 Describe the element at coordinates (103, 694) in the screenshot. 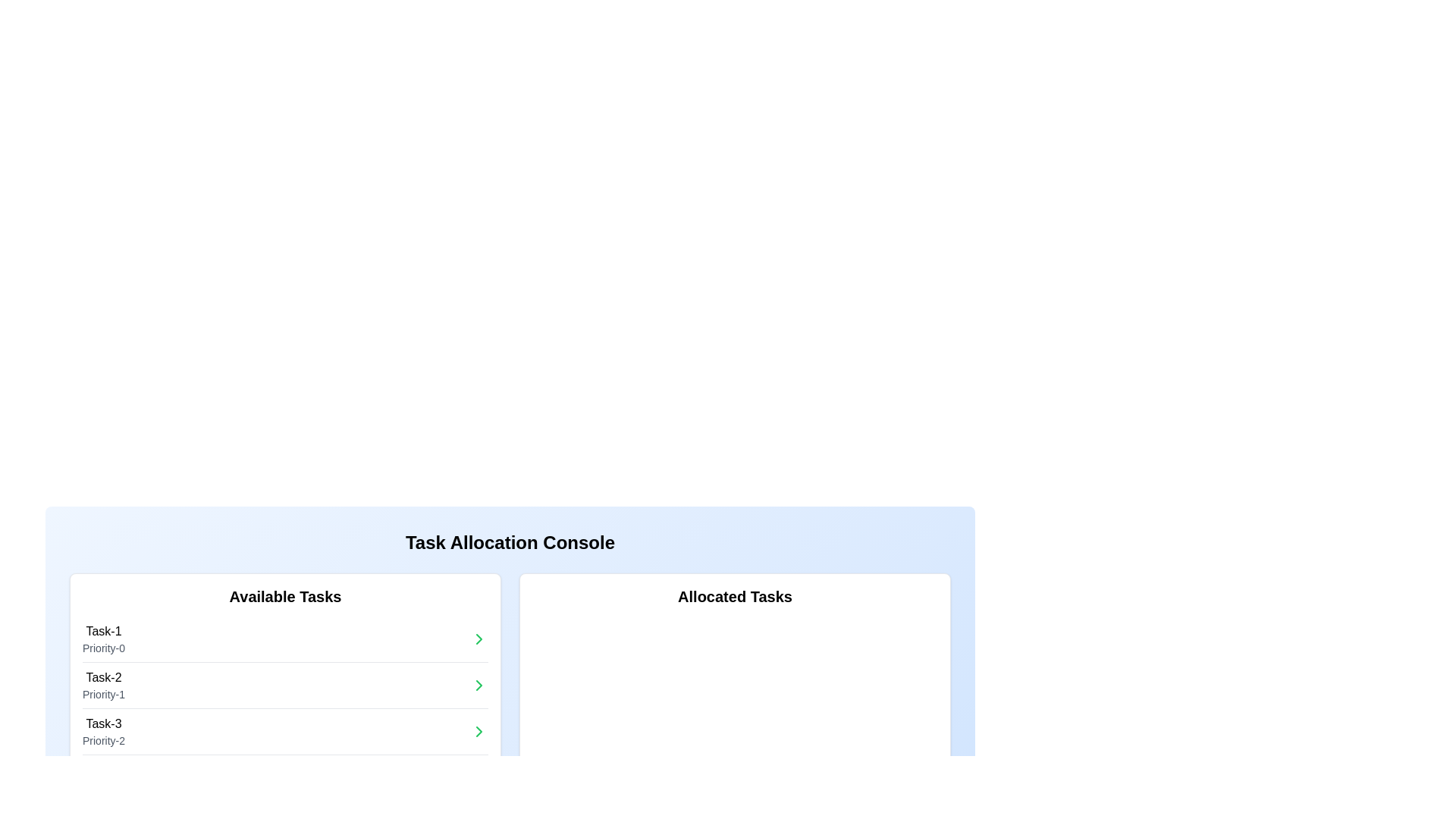

I see `the informational text label indicating the priority level (Priority-1) of the task labeled 'Task-2' located in the 'Available Tasks' section` at that location.